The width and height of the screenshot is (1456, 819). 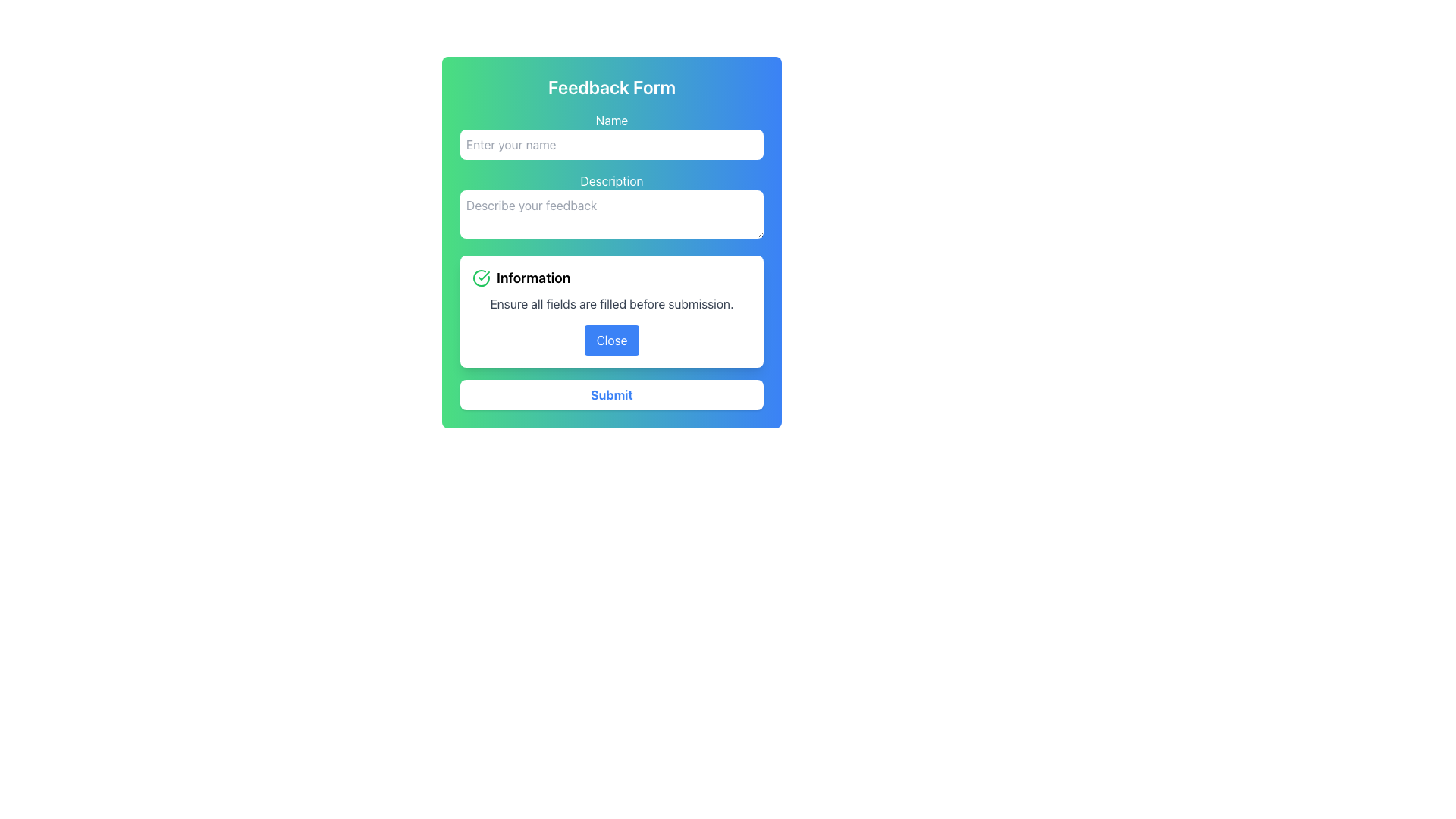 What do you see at coordinates (483, 275) in the screenshot?
I see `the green checkmark icon located in the notification panel, which is positioned below the 'Description' field and above the 'Close' button` at bounding box center [483, 275].